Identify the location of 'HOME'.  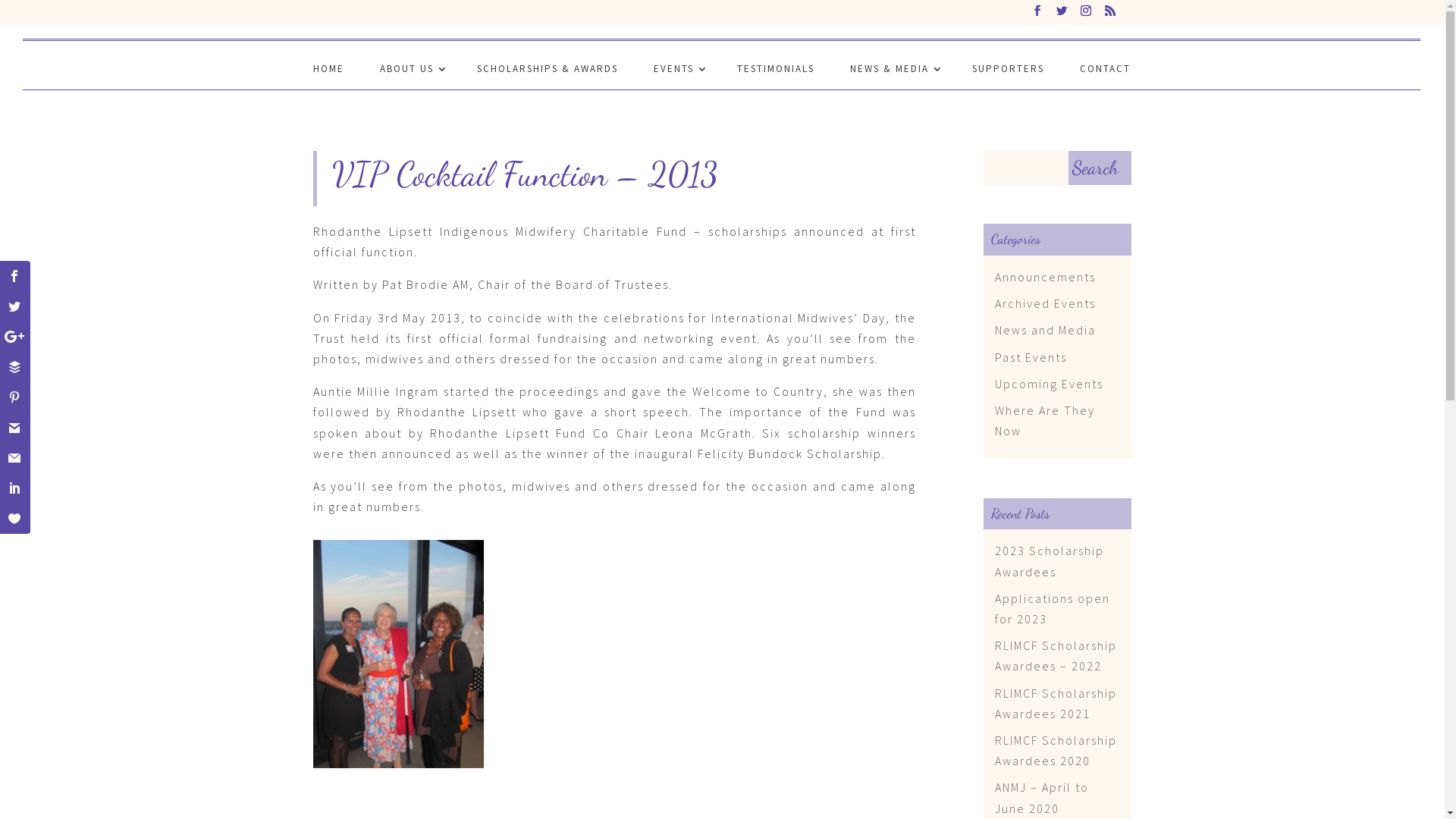
(304, 76).